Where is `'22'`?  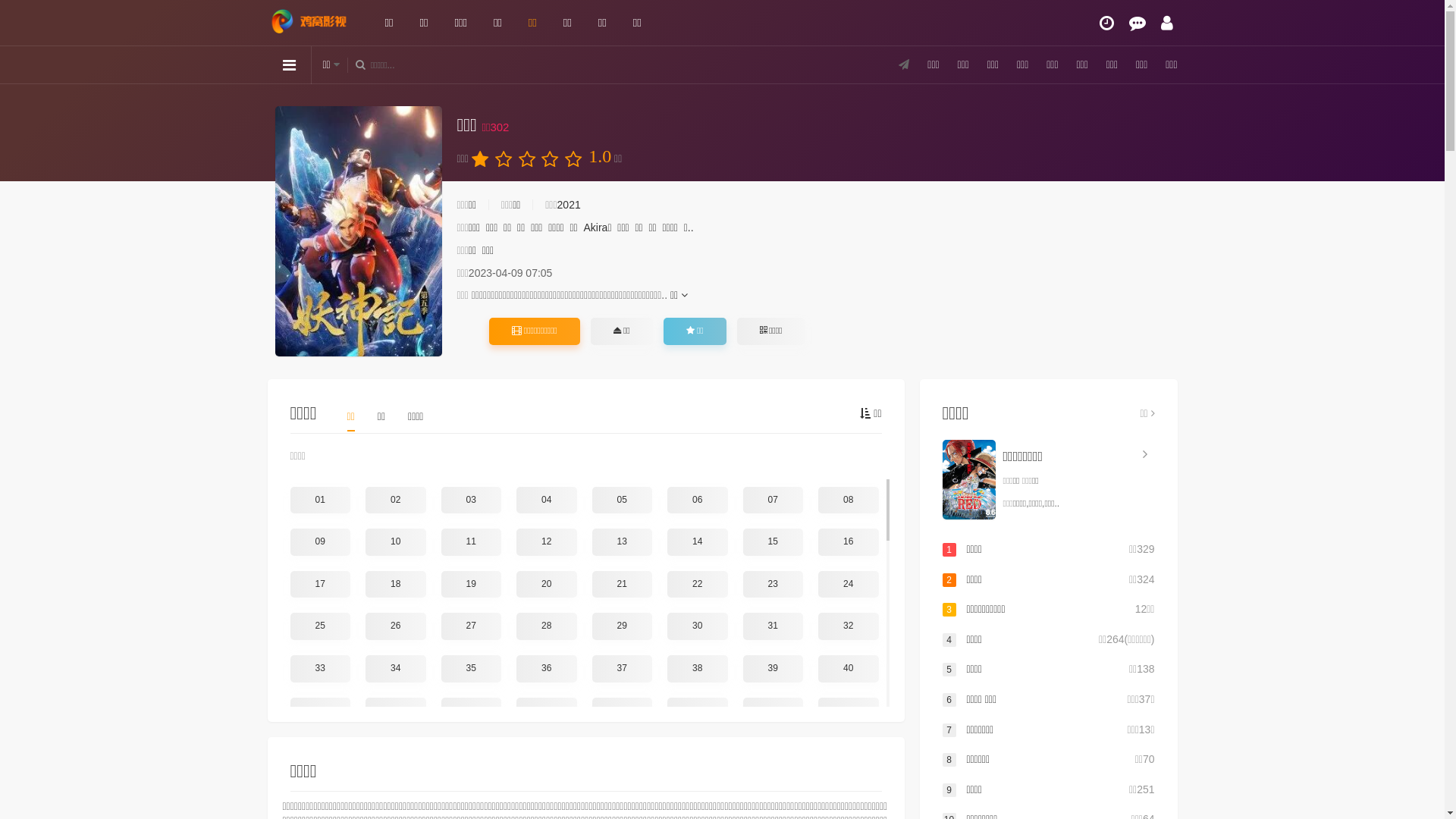
'22' is located at coordinates (667, 584).